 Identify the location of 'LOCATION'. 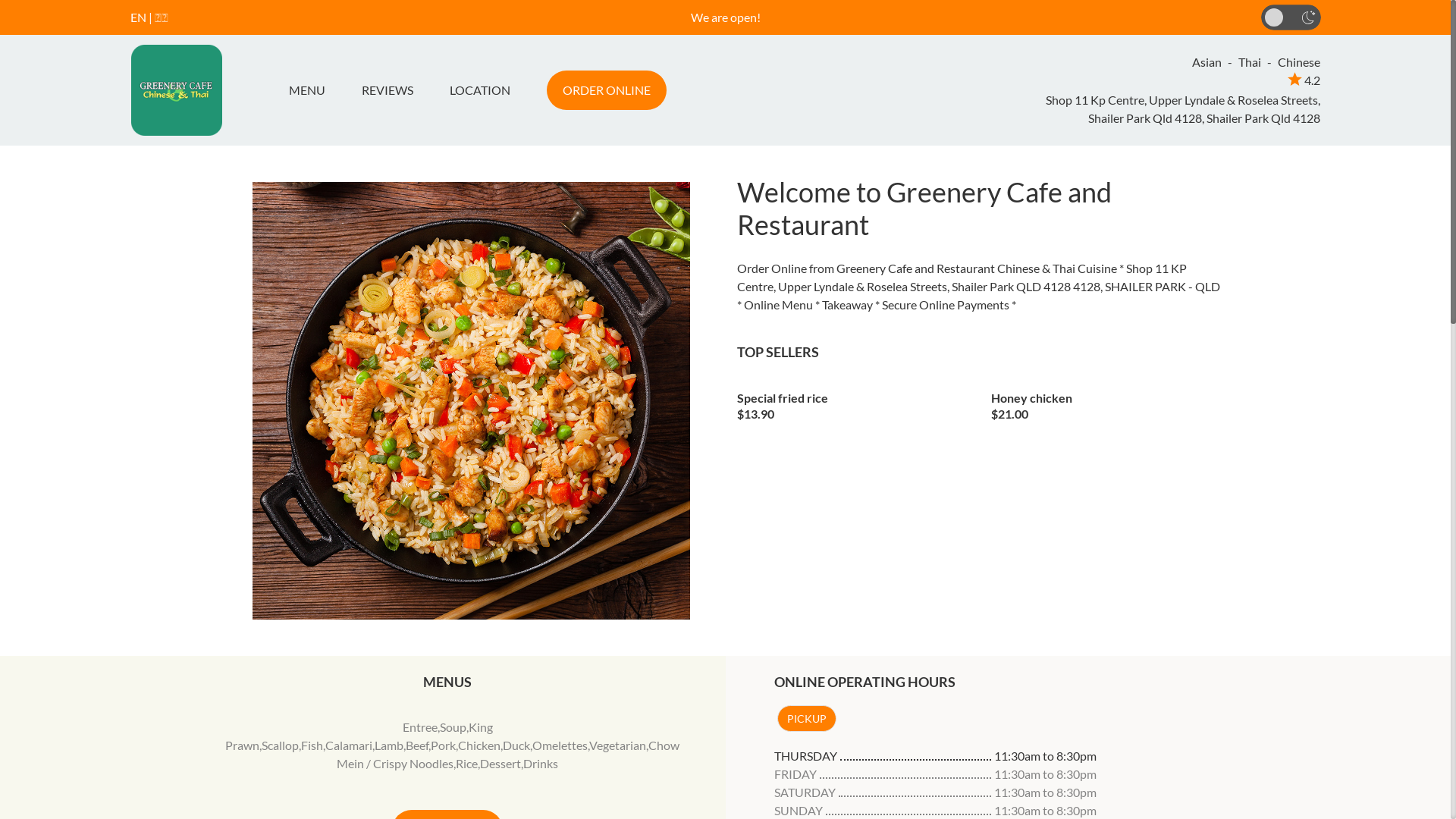
(429, 90).